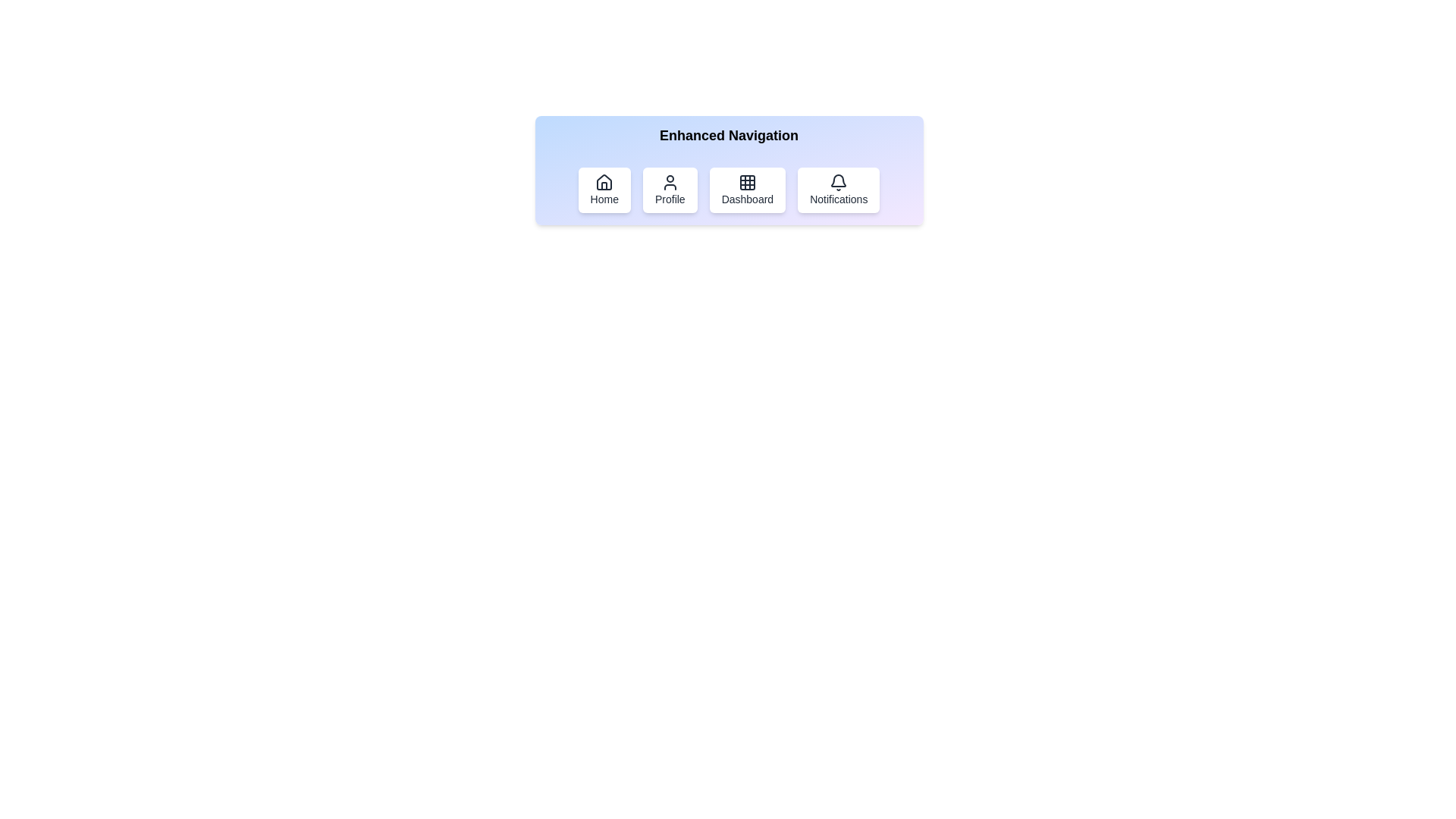 Image resolution: width=1456 pixels, height=819 pixels. Describe the element at coordinates (838, 198) in the screenshot. I see `the 'Notifications' text label located in the navigation bar, directly below the bell icon` at that location.